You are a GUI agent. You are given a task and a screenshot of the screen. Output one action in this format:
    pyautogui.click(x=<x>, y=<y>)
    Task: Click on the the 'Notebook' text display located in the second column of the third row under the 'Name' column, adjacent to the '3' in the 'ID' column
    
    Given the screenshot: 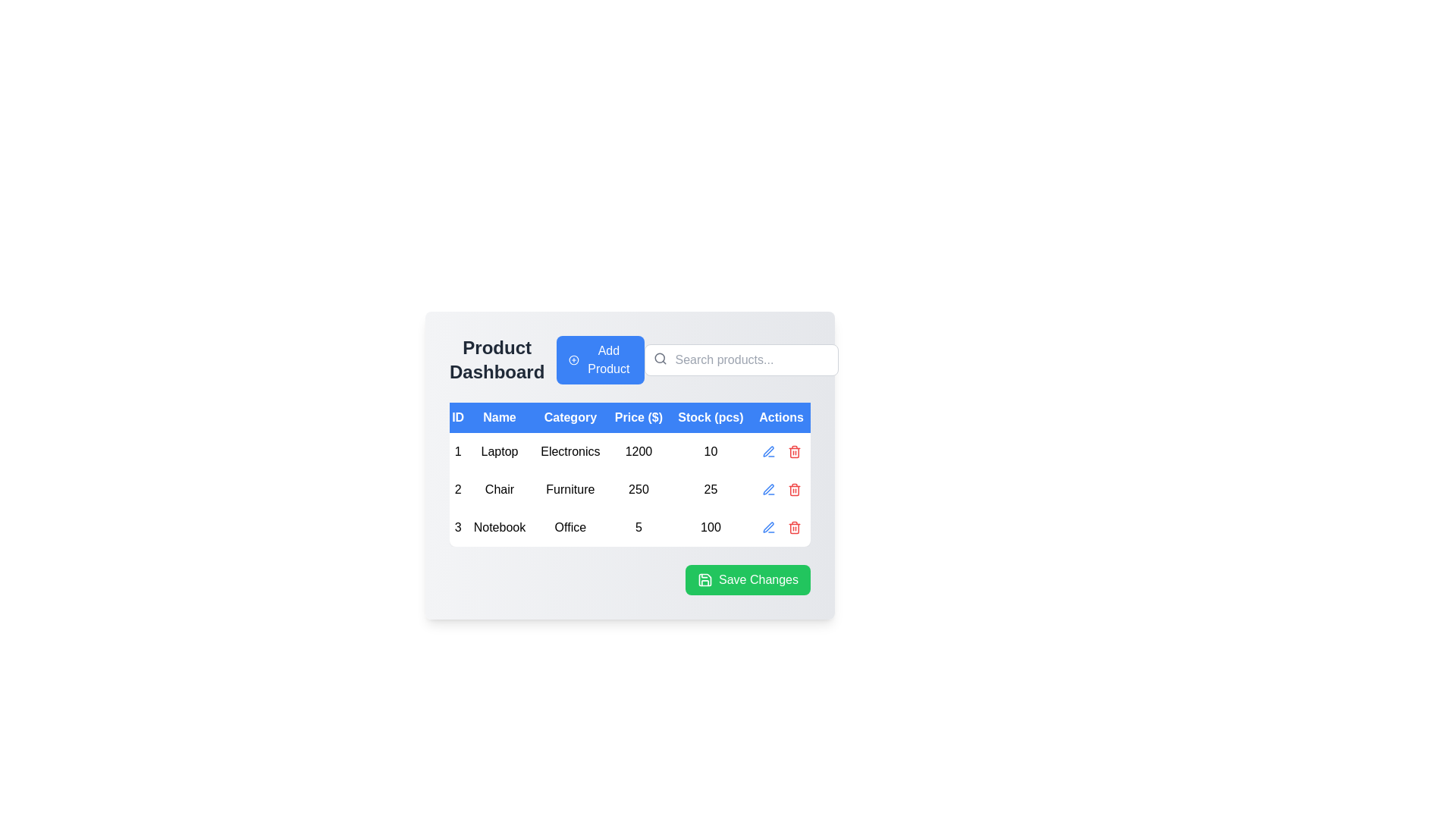 What is the action you would take?
    pyautogui.click(x=499, y=526)
    